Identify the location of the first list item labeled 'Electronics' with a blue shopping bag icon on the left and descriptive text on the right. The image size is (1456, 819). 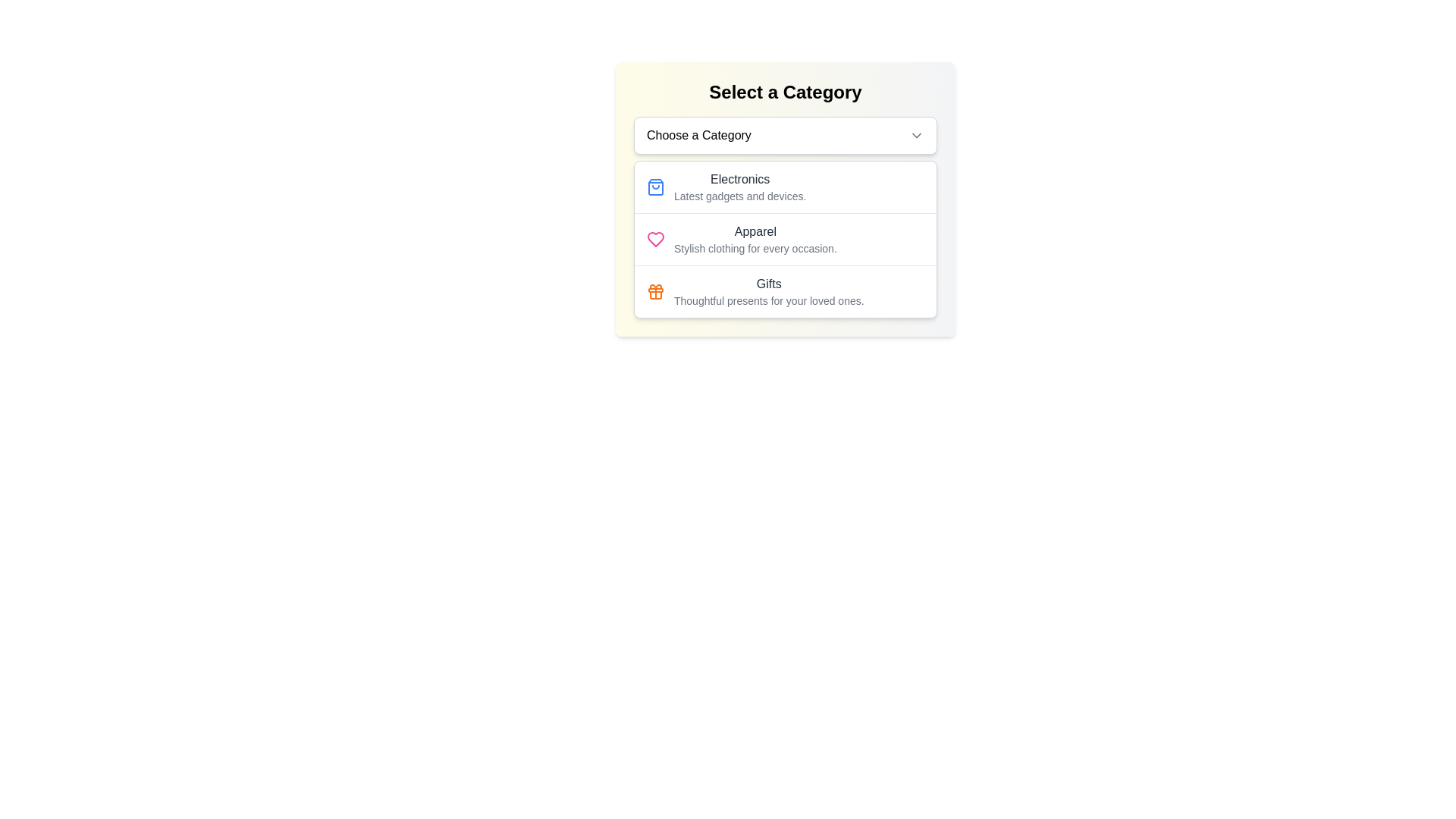
(786, 186).